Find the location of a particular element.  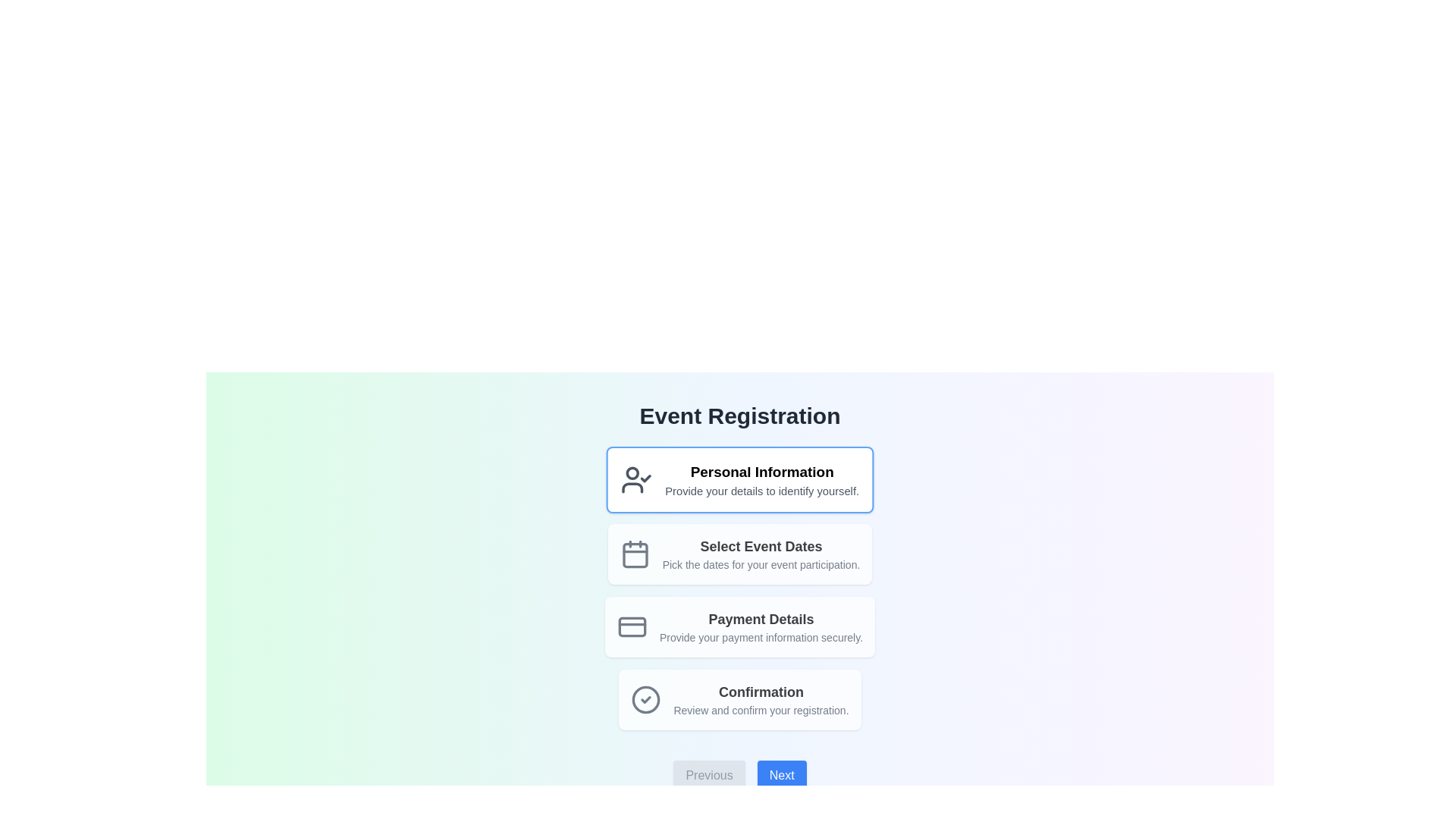

the user profile icon with a checkmark located at the top-left corner of the 'Personal Information' box in the event registration interface is located at coordinates (636, 479).